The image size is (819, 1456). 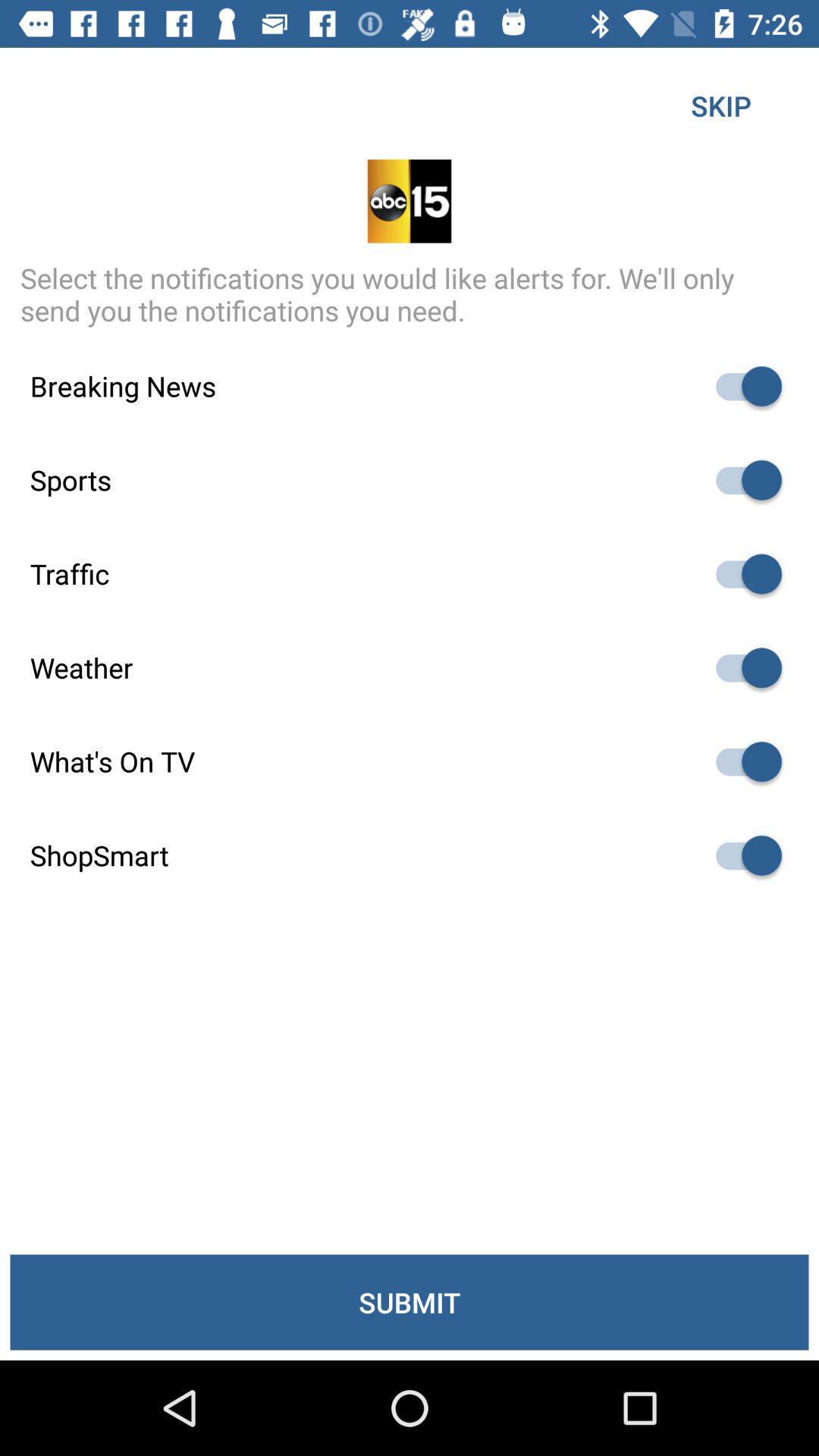 I want to click on shop smart selecting box, so click(x=741, y=855).